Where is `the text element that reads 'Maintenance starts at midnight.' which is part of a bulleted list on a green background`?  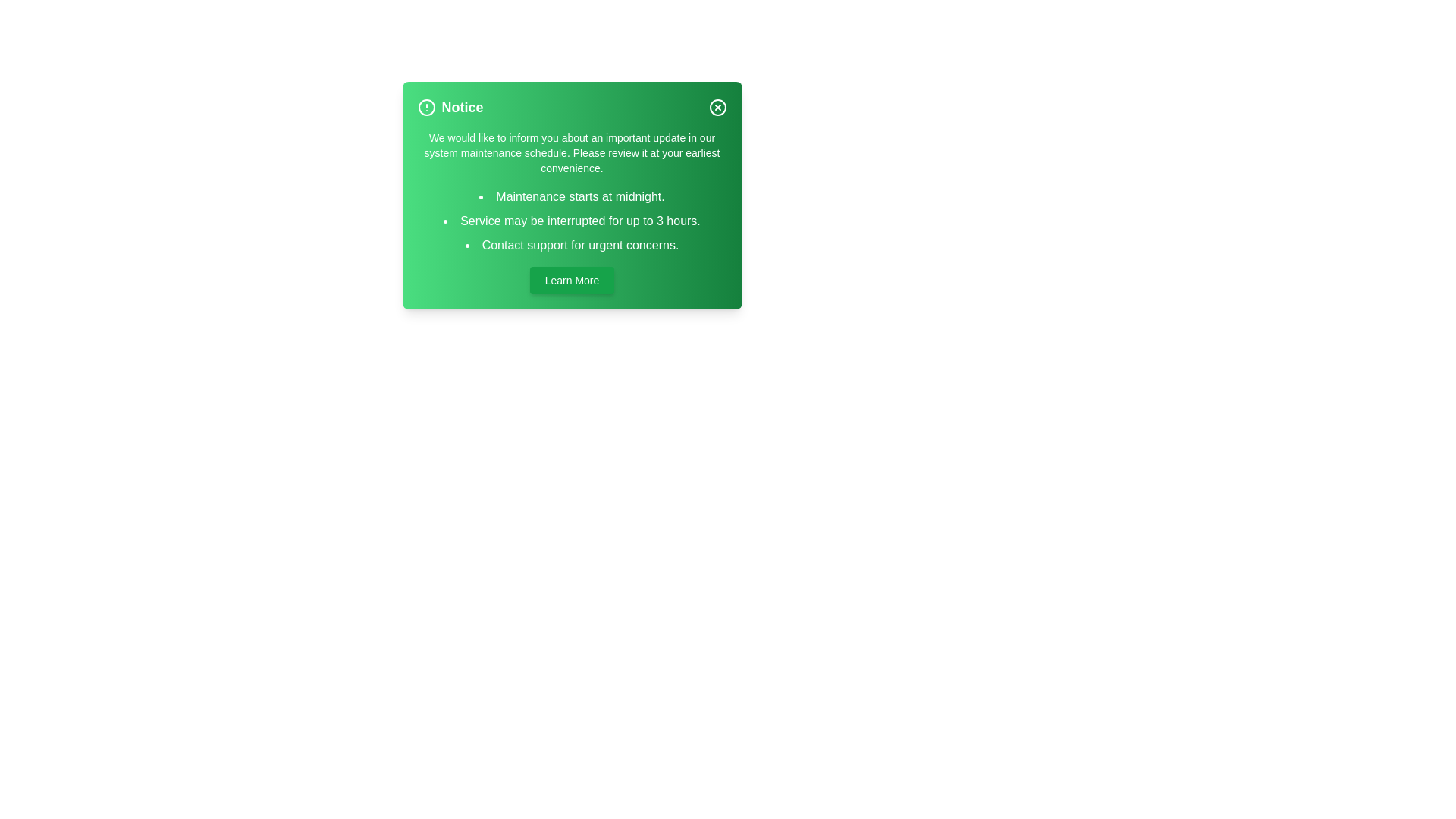
the text element that reads 'Maintenance starts at midnight.' which is part of a bulleted list on a green background is located at coordinates (571, 196).